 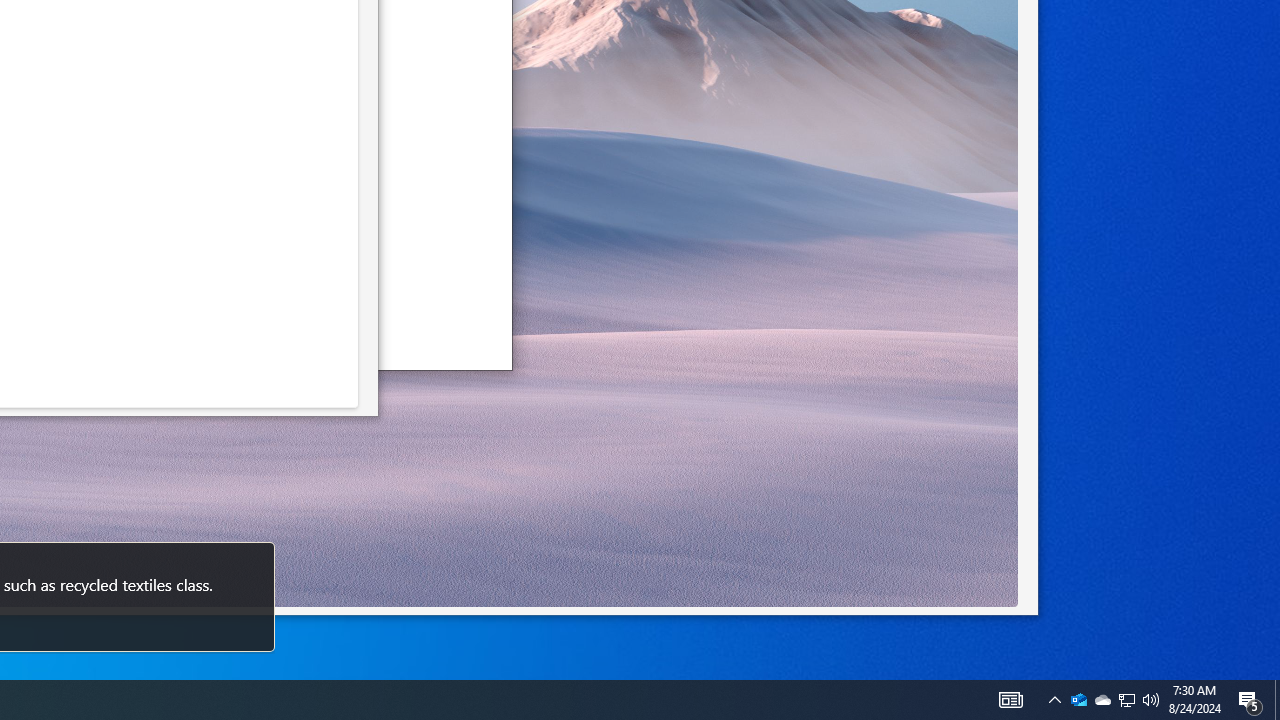 What do you see at coordinates (1127, 698) in the screenshot?
I see `'Q2790: 100%'` at bounding box center [1127, 698].